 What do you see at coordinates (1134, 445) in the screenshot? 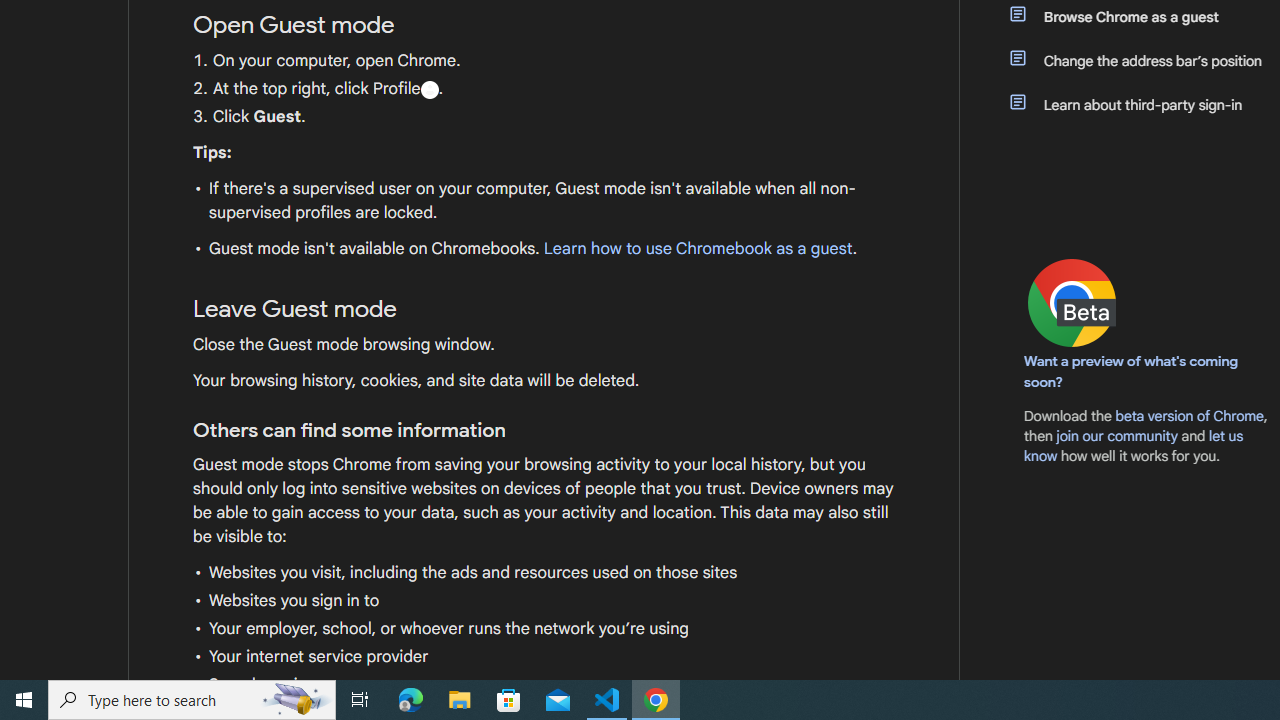
I see `'let us know'` at bounding box center [1134, 445].